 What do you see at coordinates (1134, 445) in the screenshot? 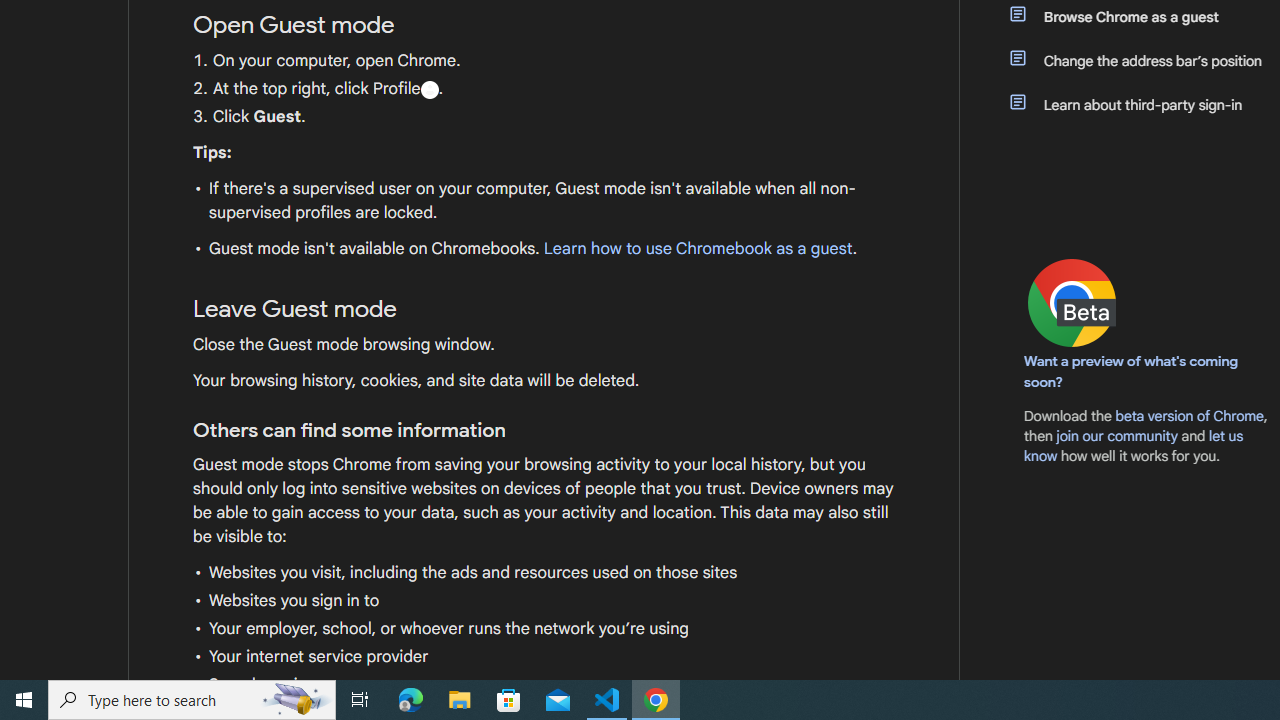
I see `'let us know'` at bounding box center [1134, 445].